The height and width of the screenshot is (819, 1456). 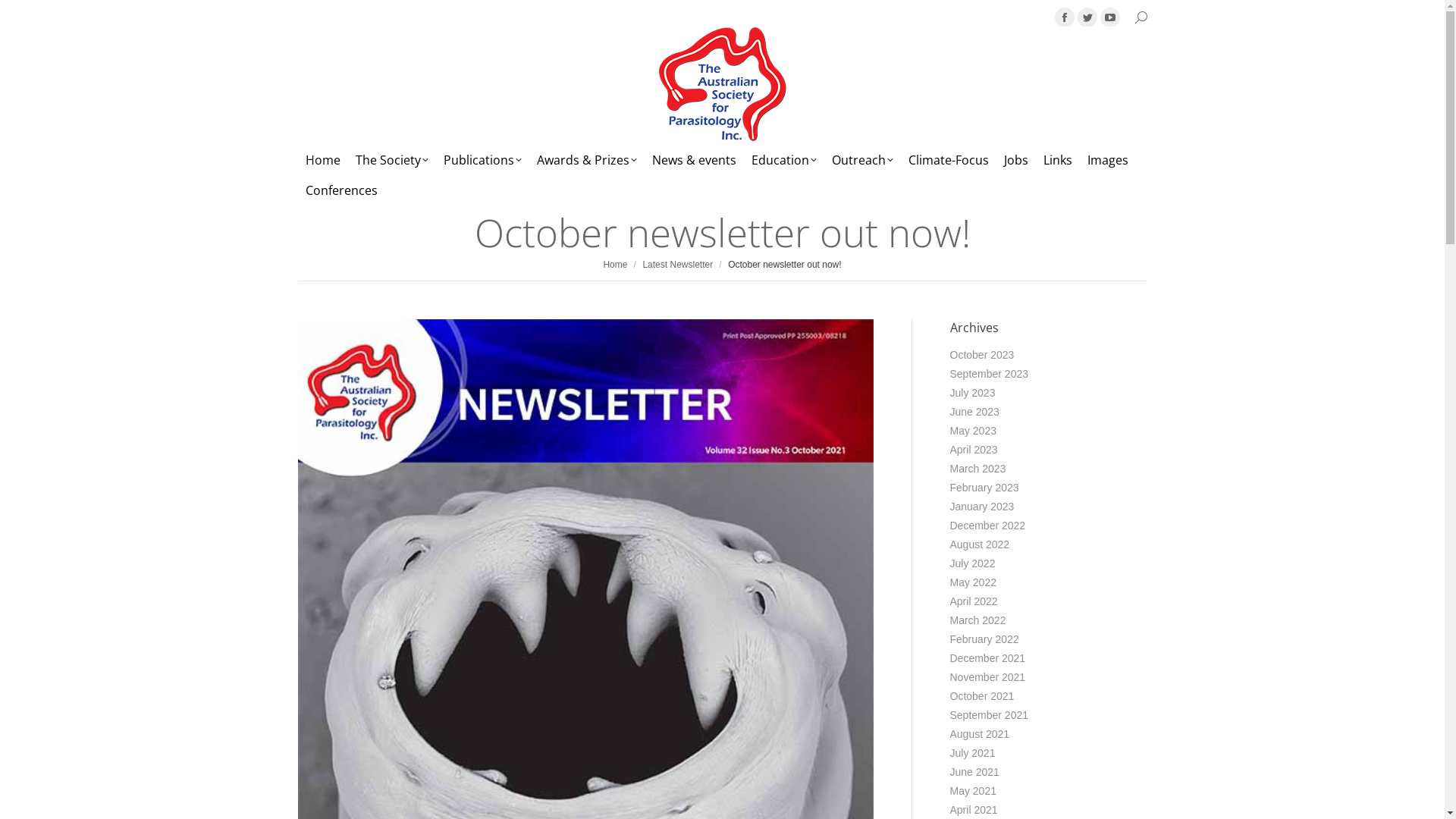 What do you see at coordinates (22, 15) in the screenshot?
I see `'Go!'` at bounding box center [22, 15].